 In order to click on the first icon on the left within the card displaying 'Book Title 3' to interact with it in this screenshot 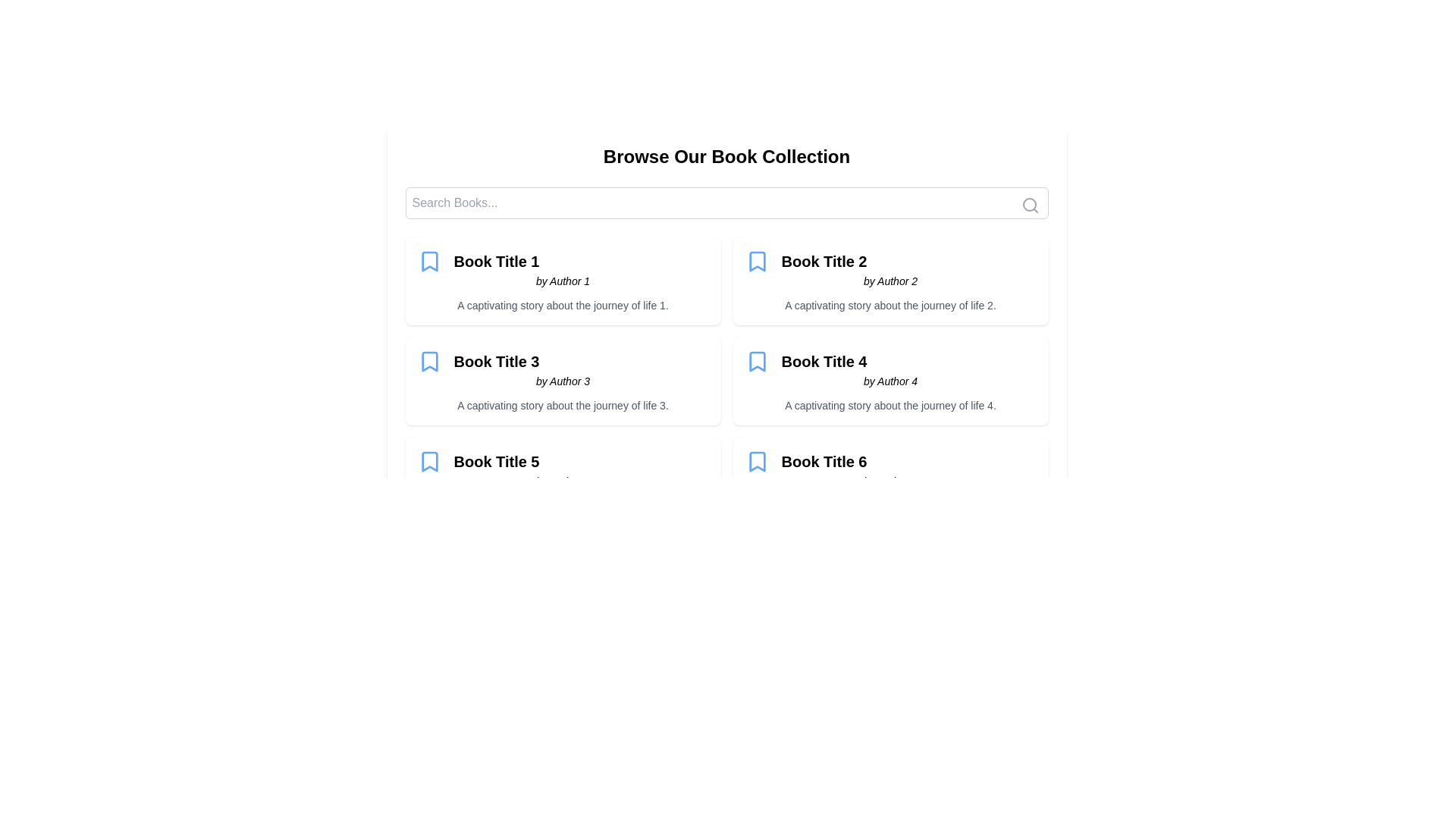, I will do `click(428, 362)`.